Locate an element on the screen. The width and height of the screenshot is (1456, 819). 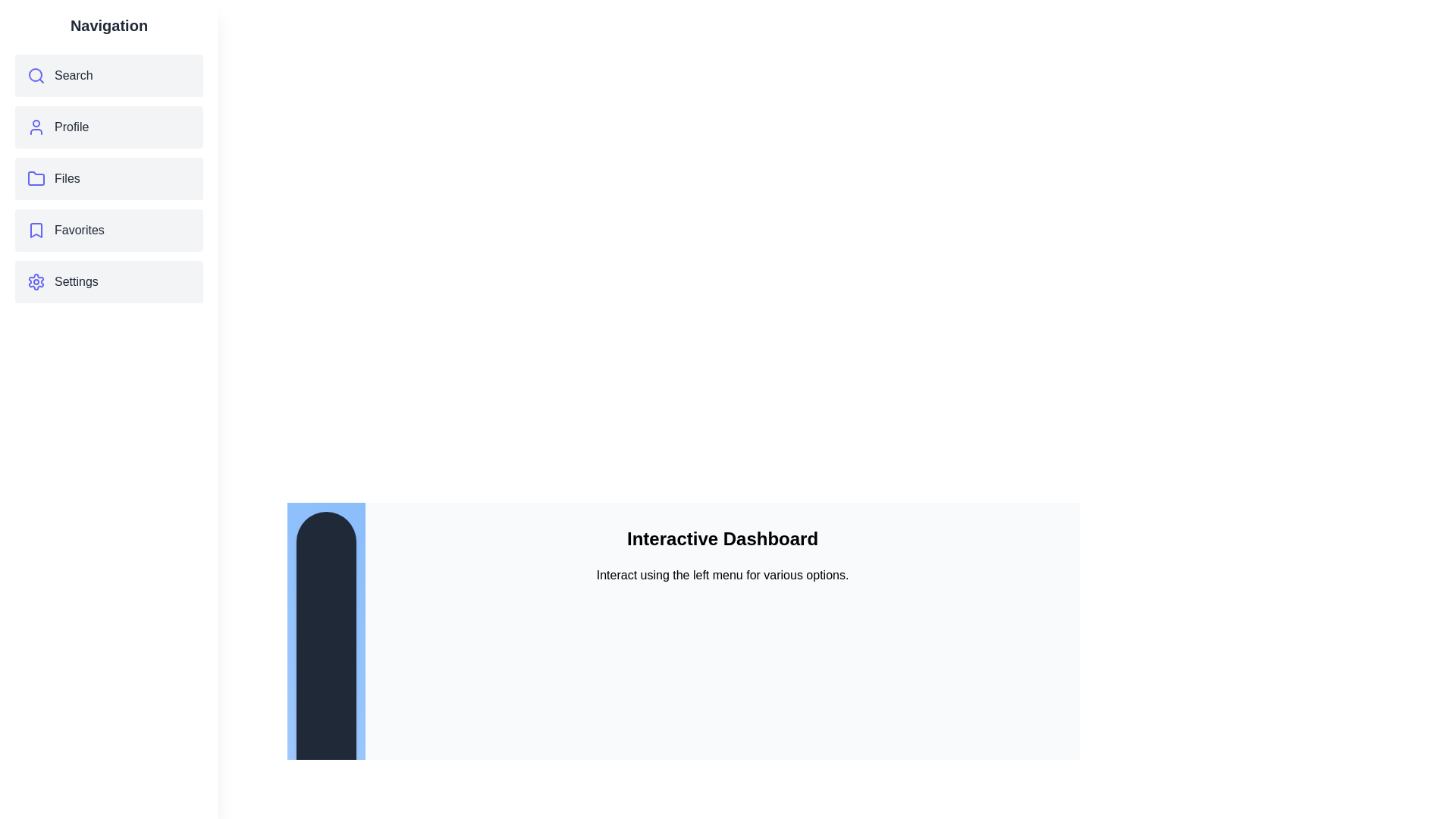
the menu item Profile to observe its hover effect is located at coordinates (108, 127).